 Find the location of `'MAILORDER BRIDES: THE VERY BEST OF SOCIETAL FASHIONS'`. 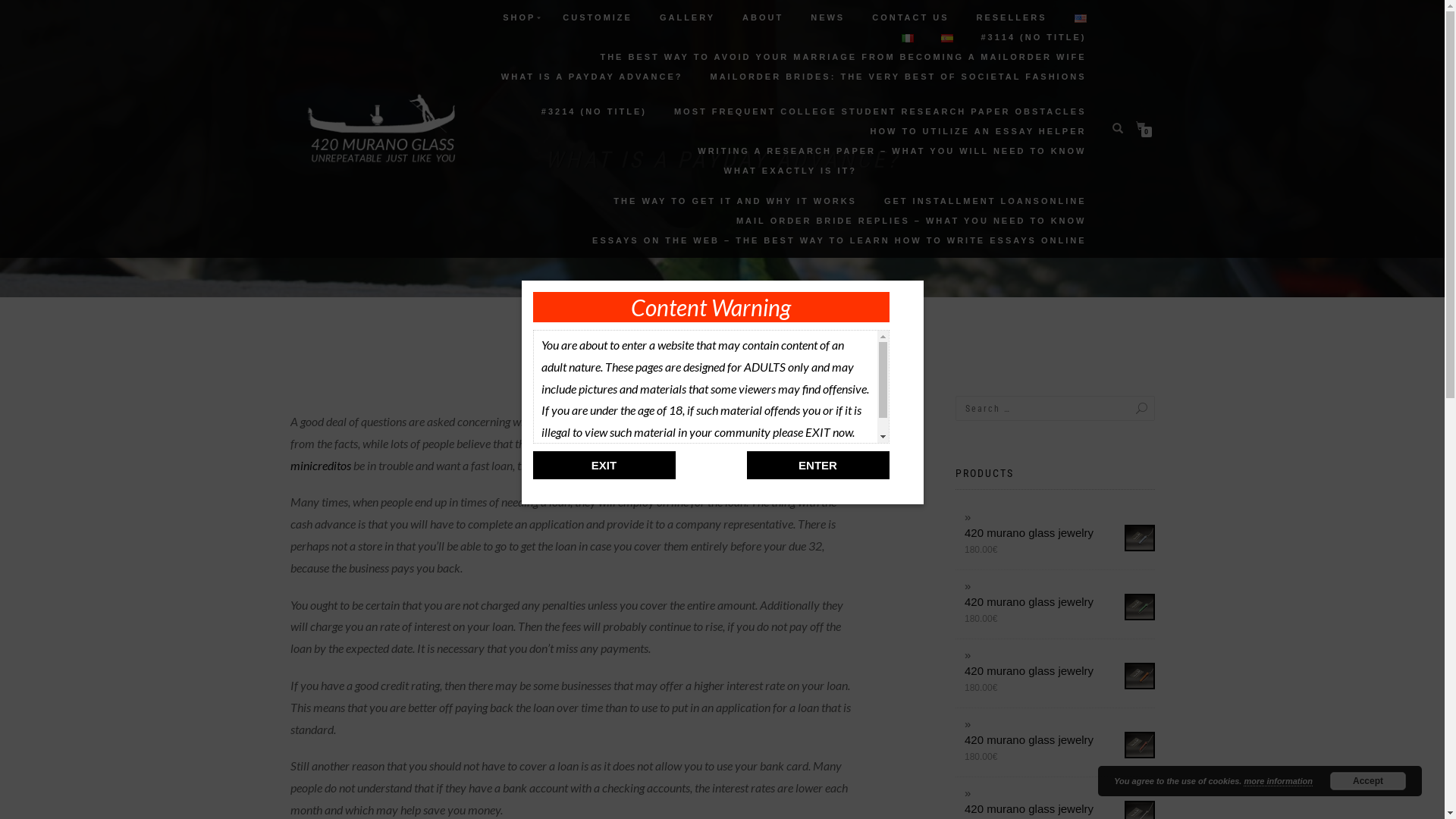

'MAILORDER BRIDES: THE VERY BEST OF SOCIETAL FASHIONS' is located at coordinates (898, 76).